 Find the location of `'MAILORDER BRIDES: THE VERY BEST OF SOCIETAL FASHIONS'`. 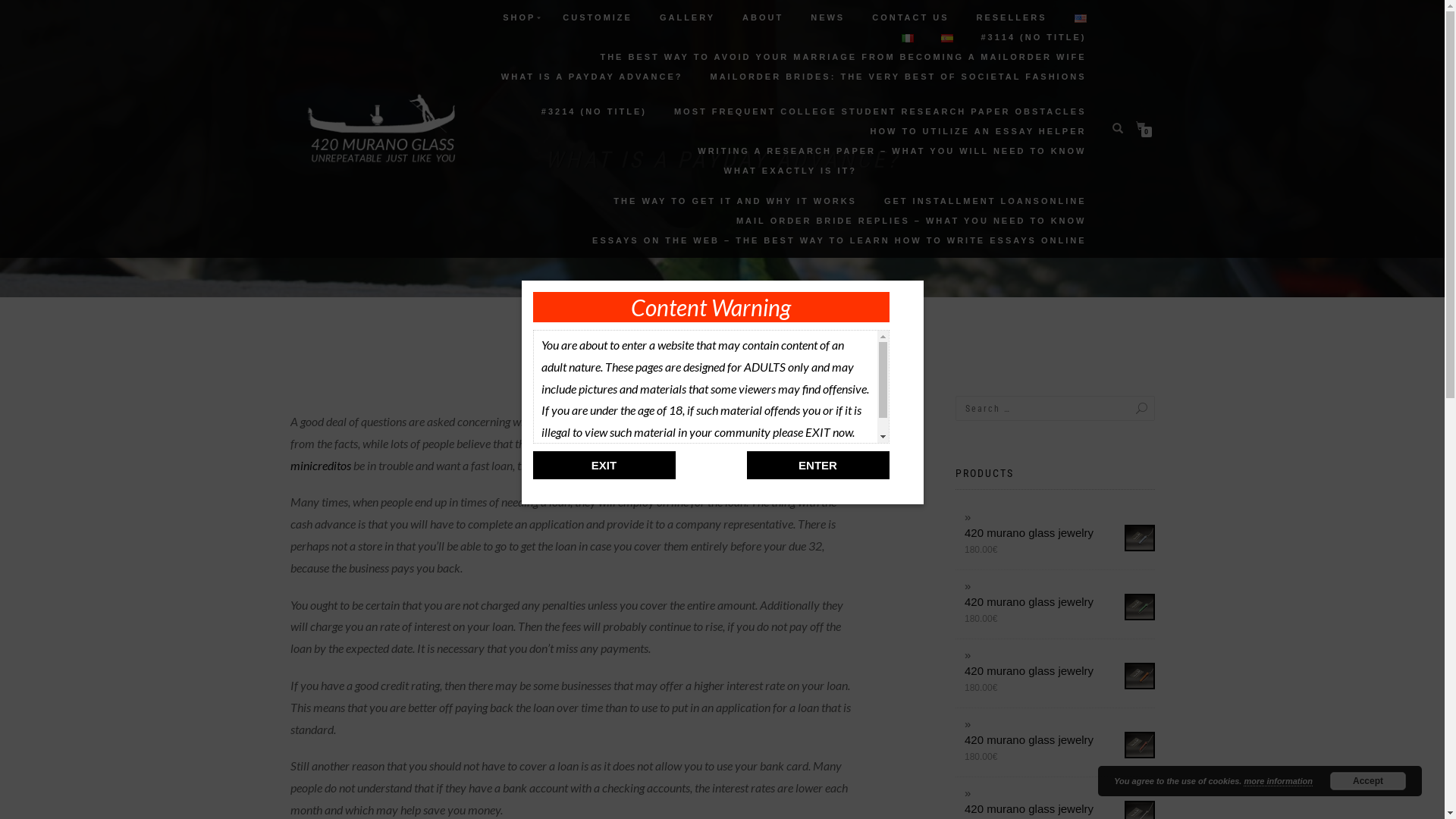

'MAILORDER BRIDES: THE VERY BEST OF SOCIETAL FASHIONS' is located at coordinates (898, 76).